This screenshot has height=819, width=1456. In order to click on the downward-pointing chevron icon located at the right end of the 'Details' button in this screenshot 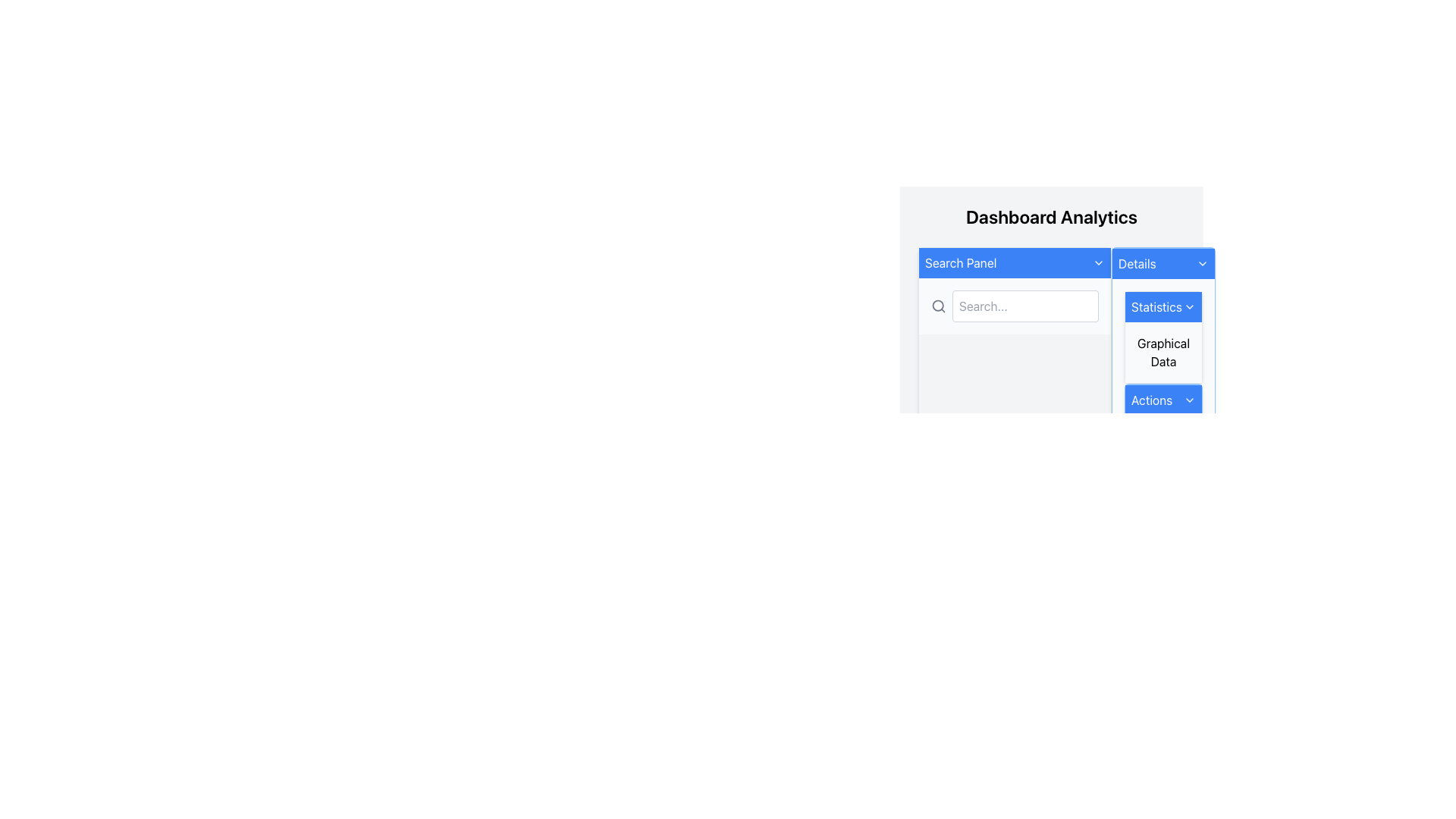, I will do `click(1202, 262)`.